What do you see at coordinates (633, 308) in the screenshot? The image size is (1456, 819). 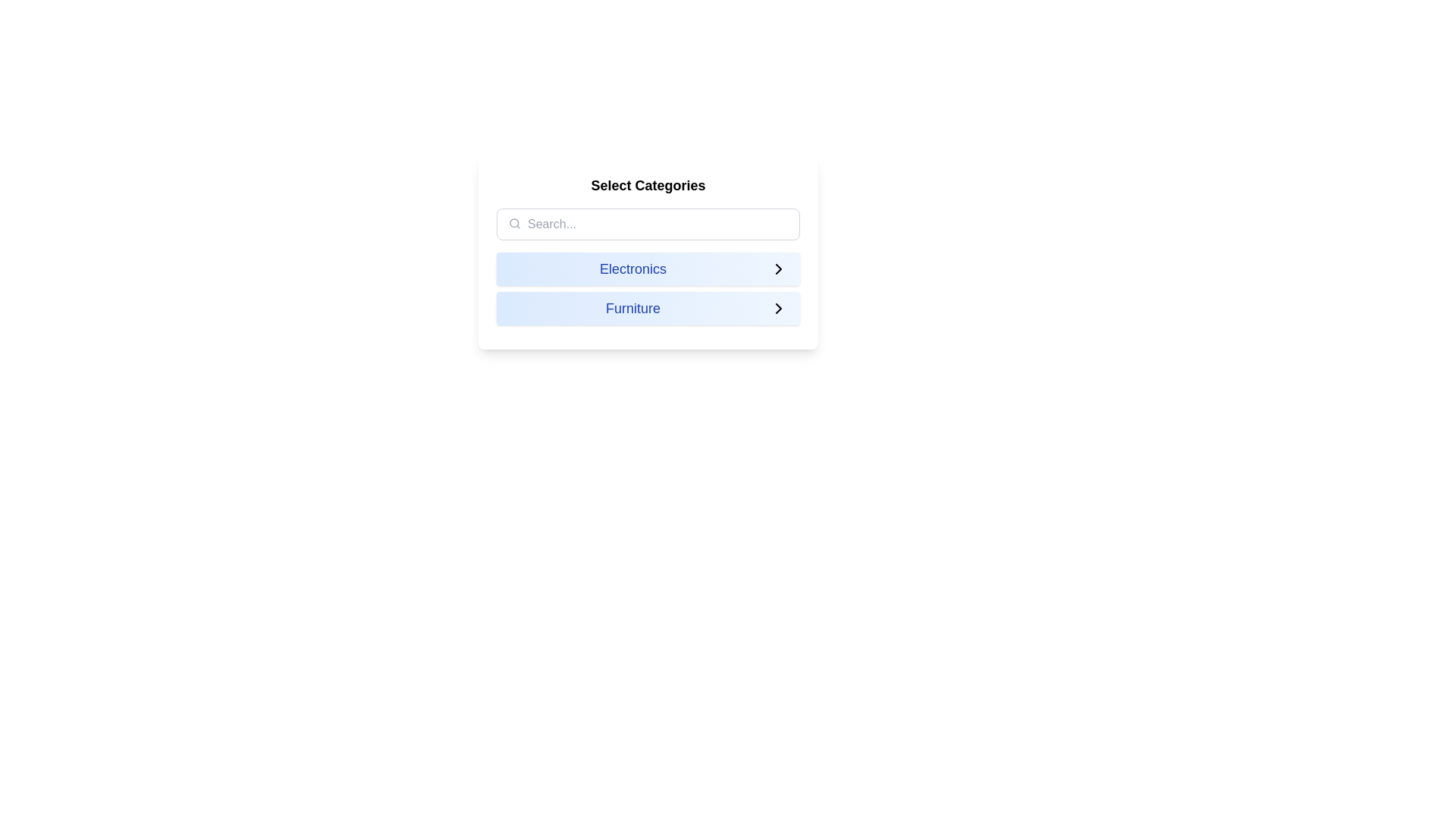 I see `the 'Furniture' text label, which is centrally positioned within a clickable panel that transitions from blue to white` at bounding box center [633, 308].